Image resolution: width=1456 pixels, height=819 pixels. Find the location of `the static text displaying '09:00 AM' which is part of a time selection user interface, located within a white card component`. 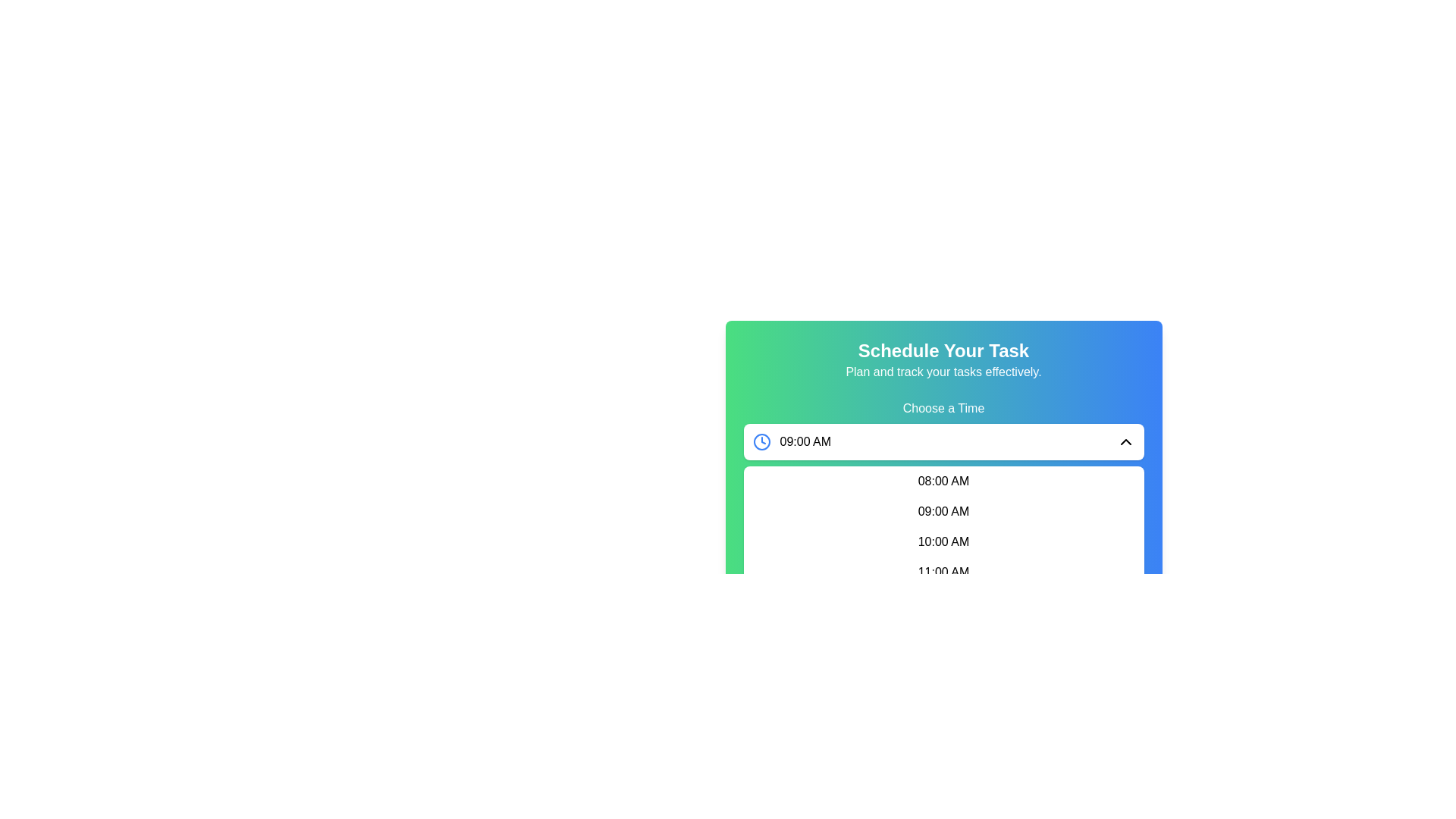

the static text displaying '09:00 AM' which is part of a time selection user interface, located within a white card component is located at coordinates (791, 441).